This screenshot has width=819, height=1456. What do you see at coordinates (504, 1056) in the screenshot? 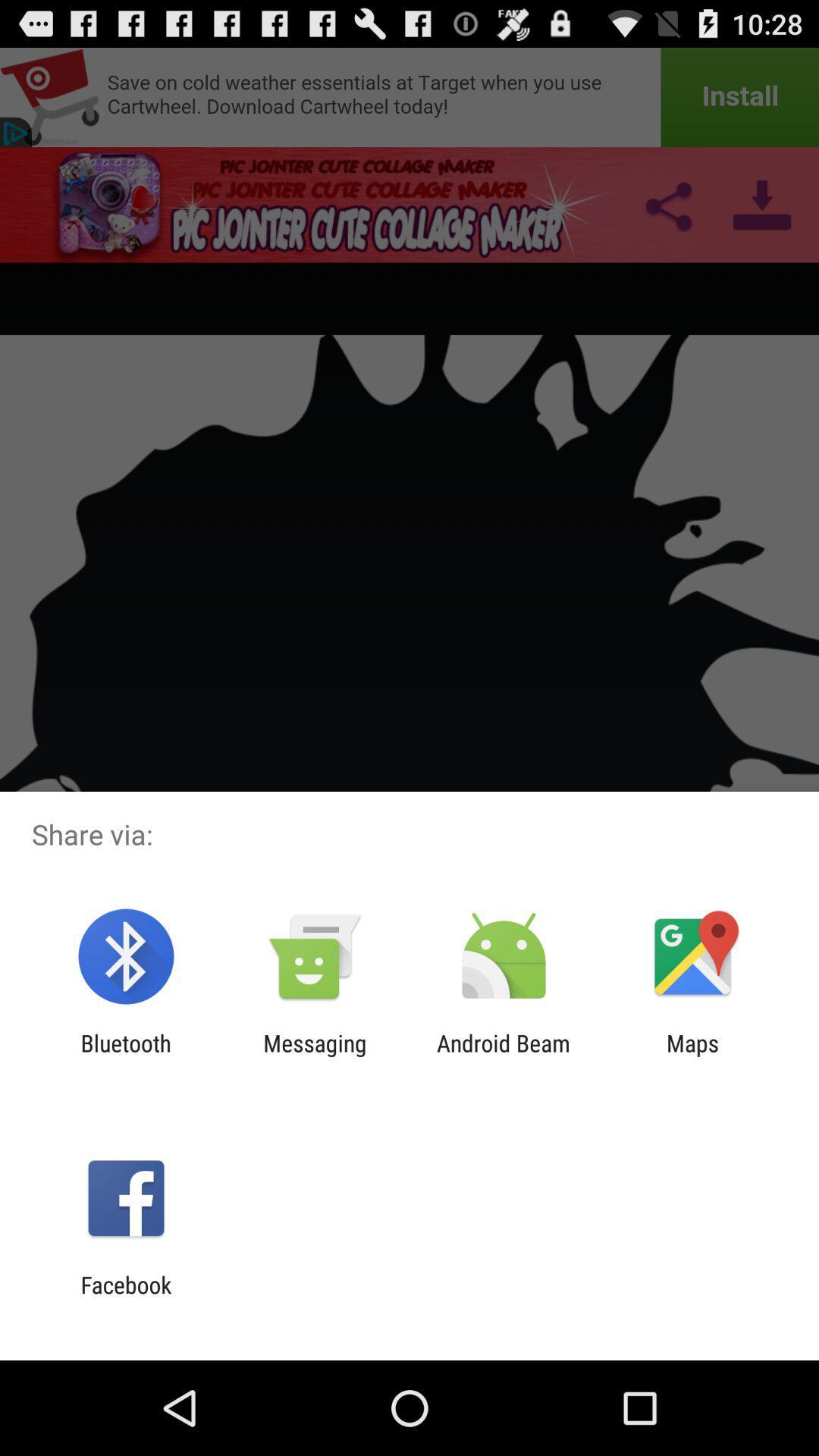
I see `the item next to the maps icon` at bounding box center [504, 1056].